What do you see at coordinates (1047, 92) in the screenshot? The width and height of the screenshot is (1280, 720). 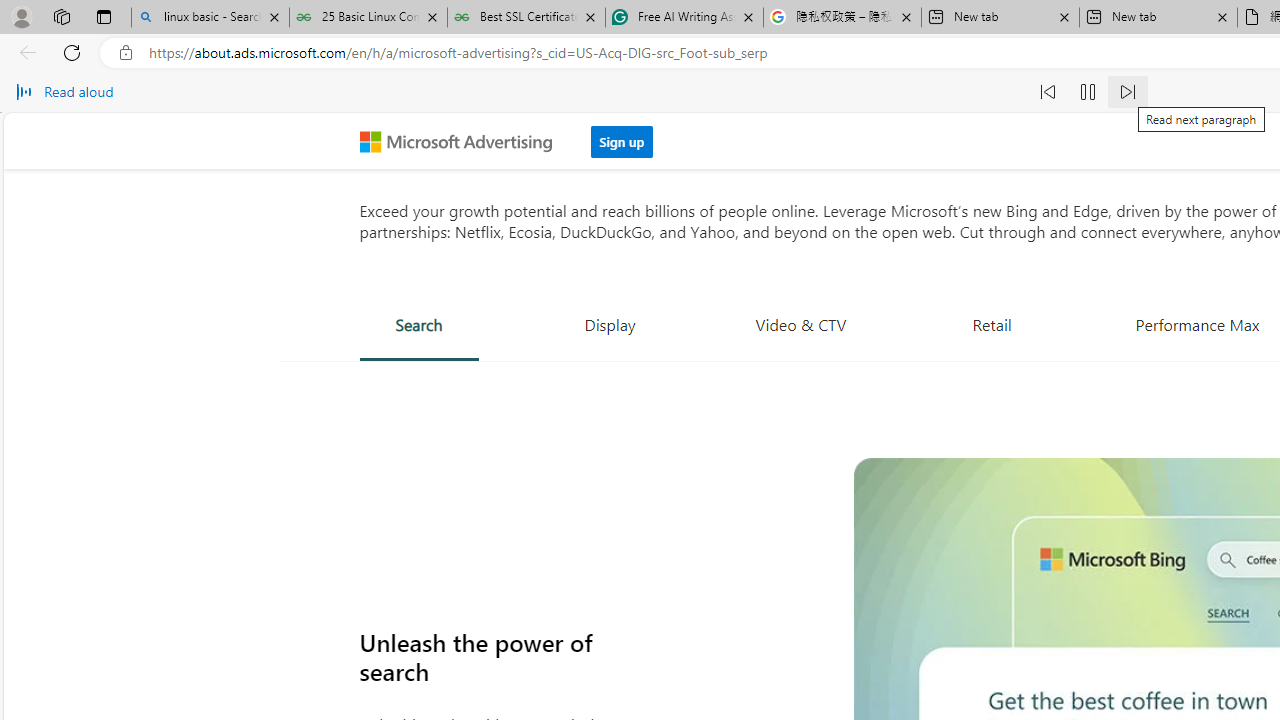 I see `'Read previous paragraph'` at bounding box center [1047, 92].